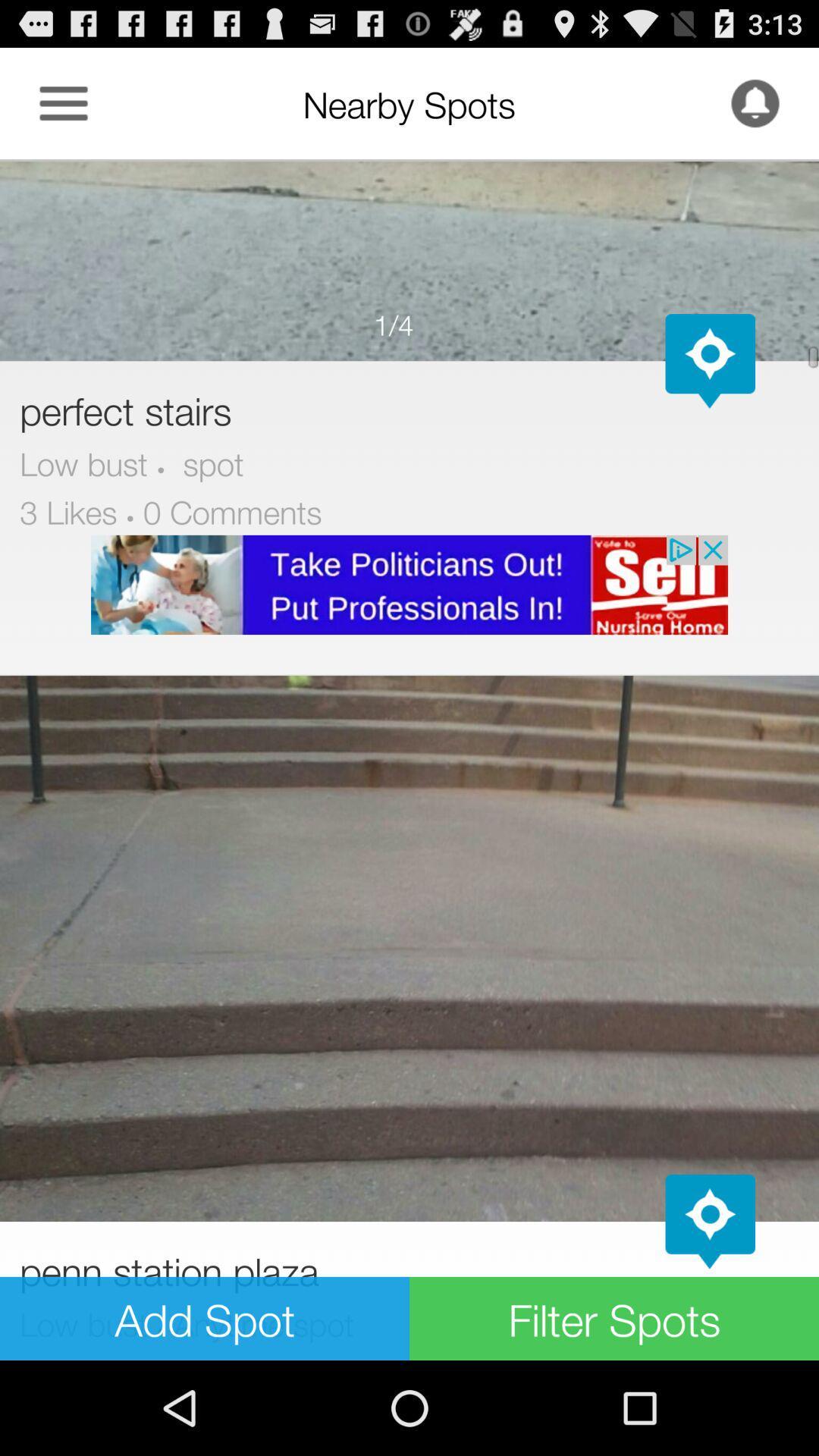 The width and height of the screenshot is (819, 1456). Describe the element at coordinates (710, 1222) in the screenshot. I see `location` at that location.